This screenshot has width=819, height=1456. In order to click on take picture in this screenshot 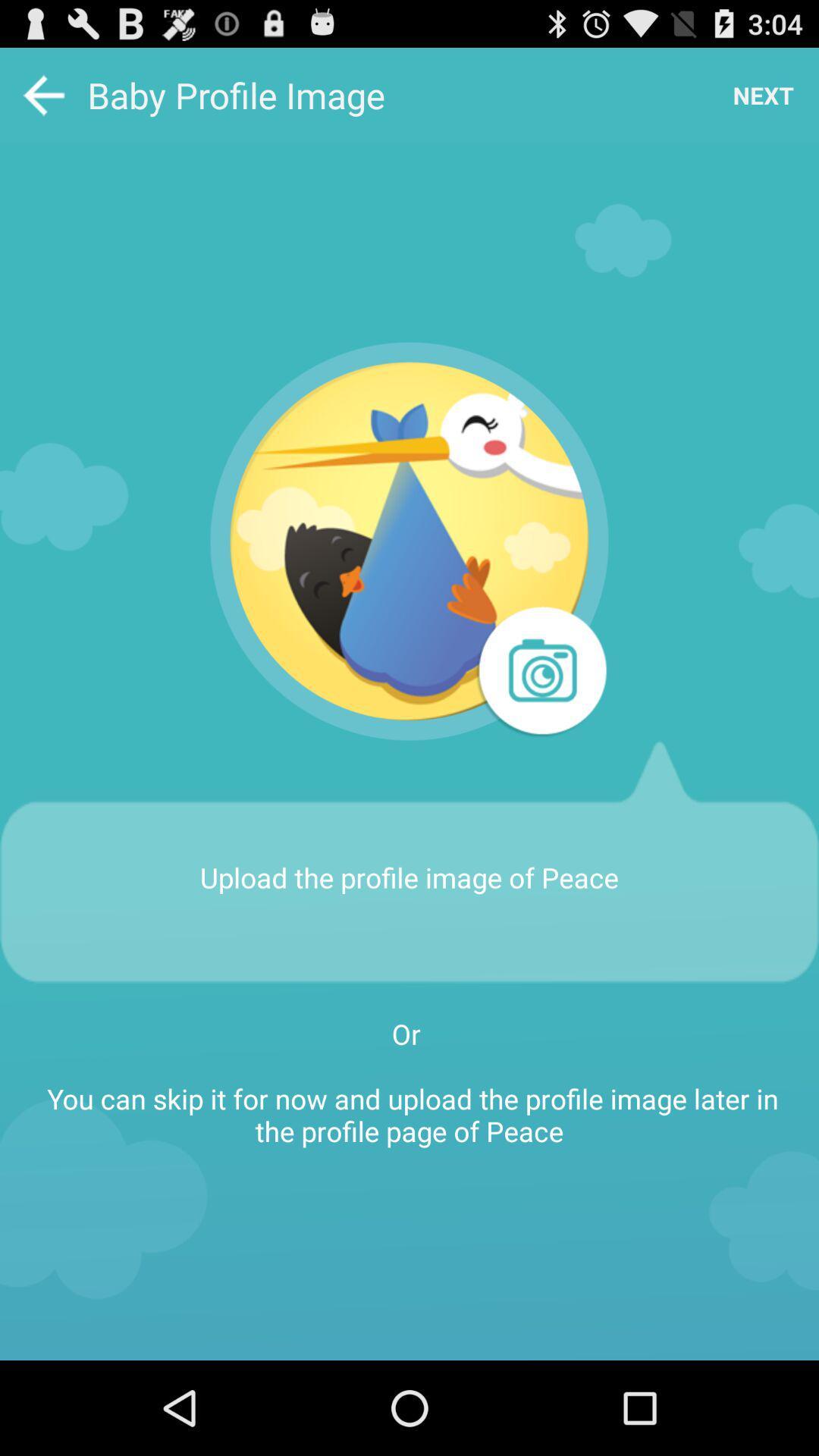, I will do `click(540, 672)`.